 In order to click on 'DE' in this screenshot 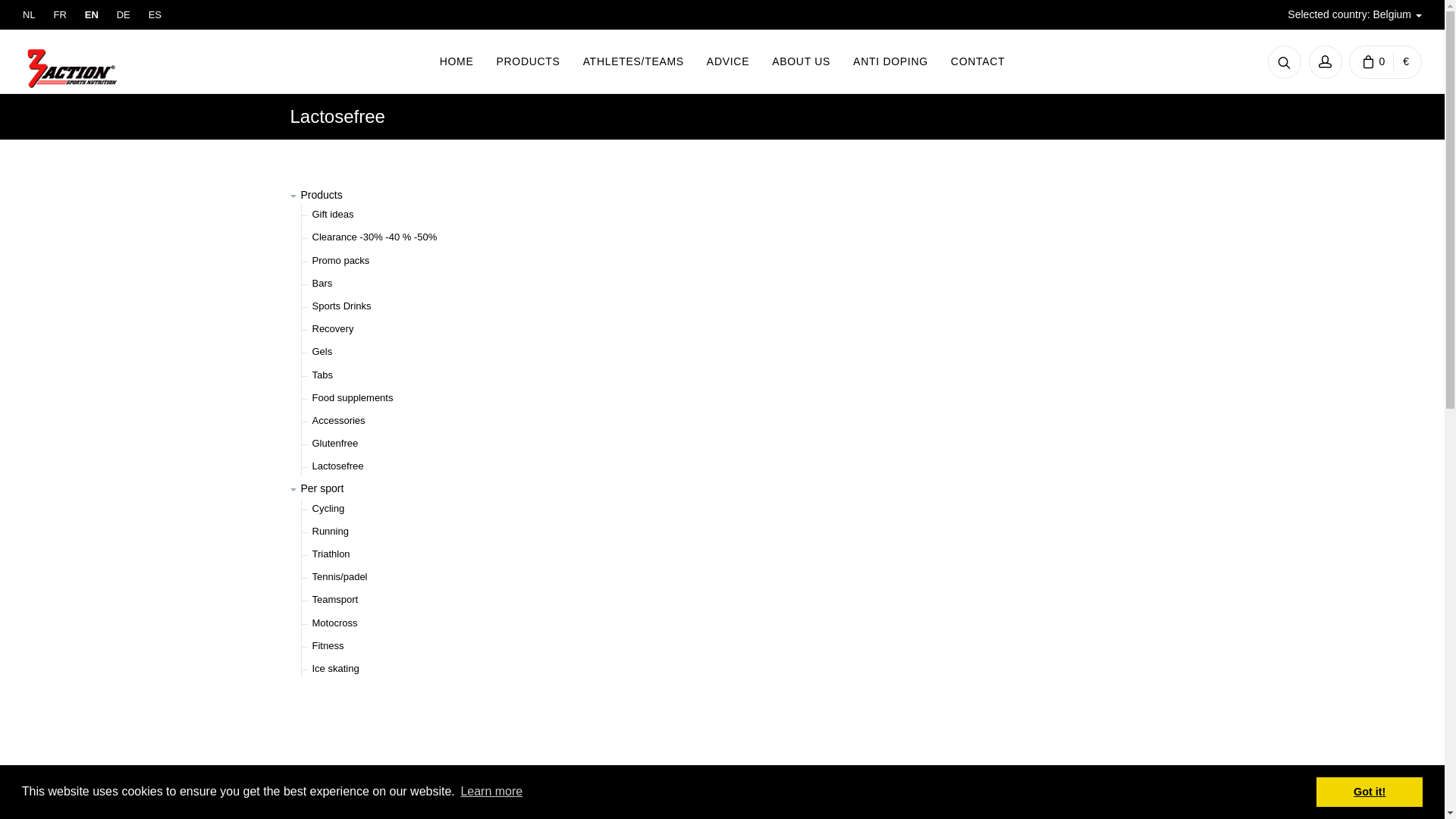, I will do `click(124, 14)`.